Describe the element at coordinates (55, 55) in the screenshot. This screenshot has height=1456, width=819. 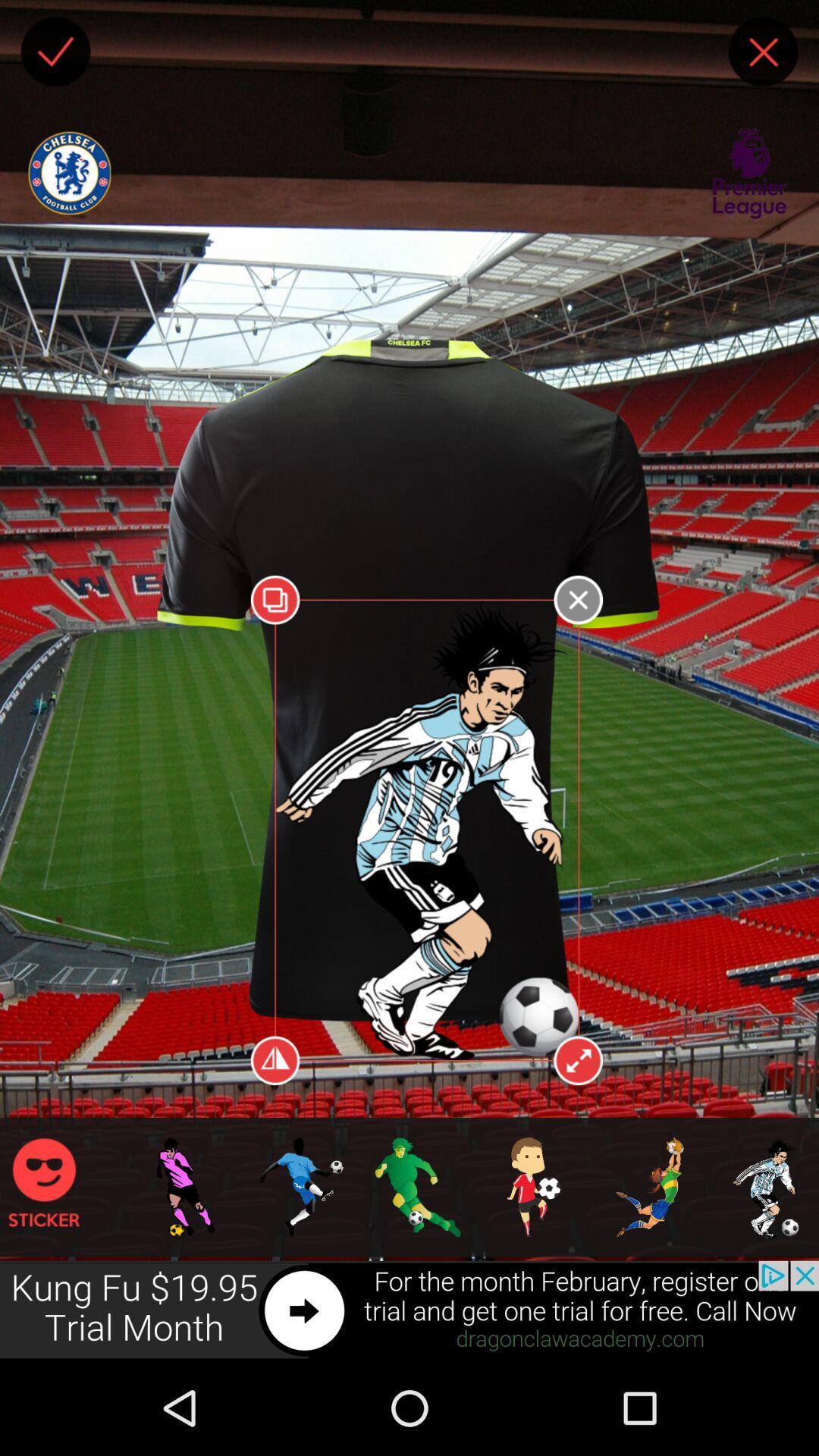
I see `the check icon` at that location.